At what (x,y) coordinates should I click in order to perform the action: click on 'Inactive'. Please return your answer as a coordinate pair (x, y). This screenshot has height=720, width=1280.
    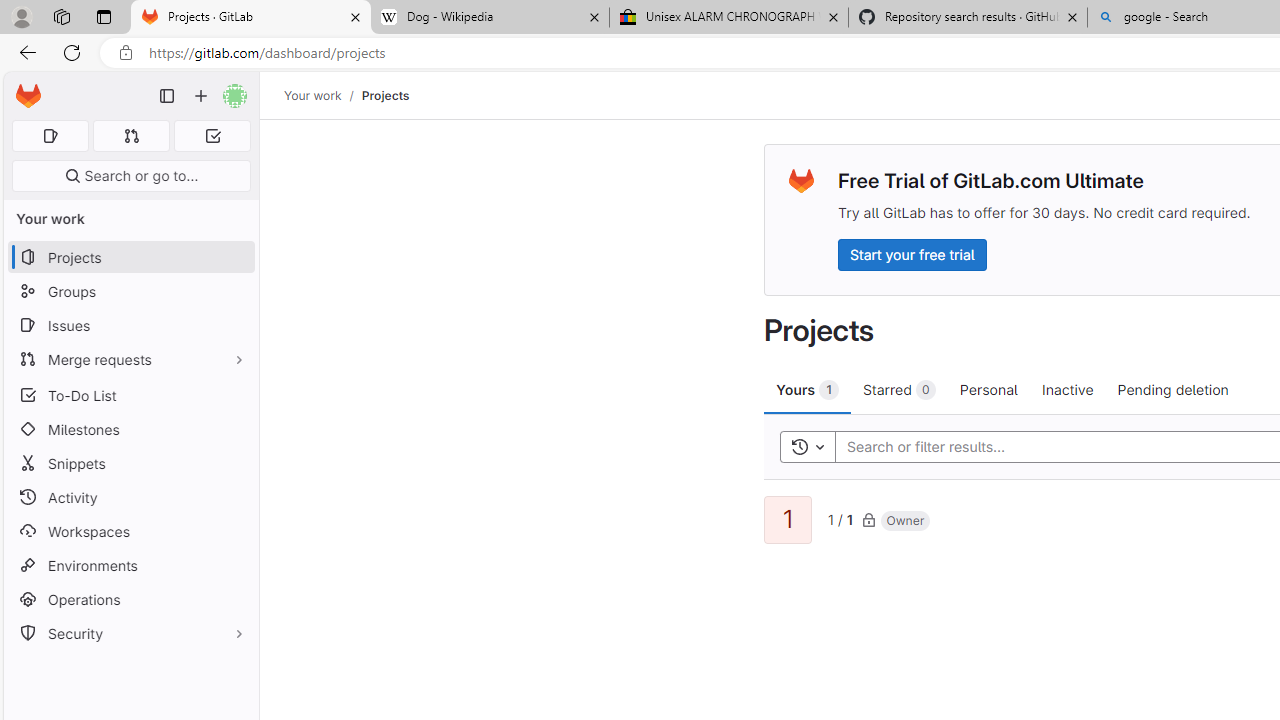
    Looking at the image, I should click on (1066, 389).